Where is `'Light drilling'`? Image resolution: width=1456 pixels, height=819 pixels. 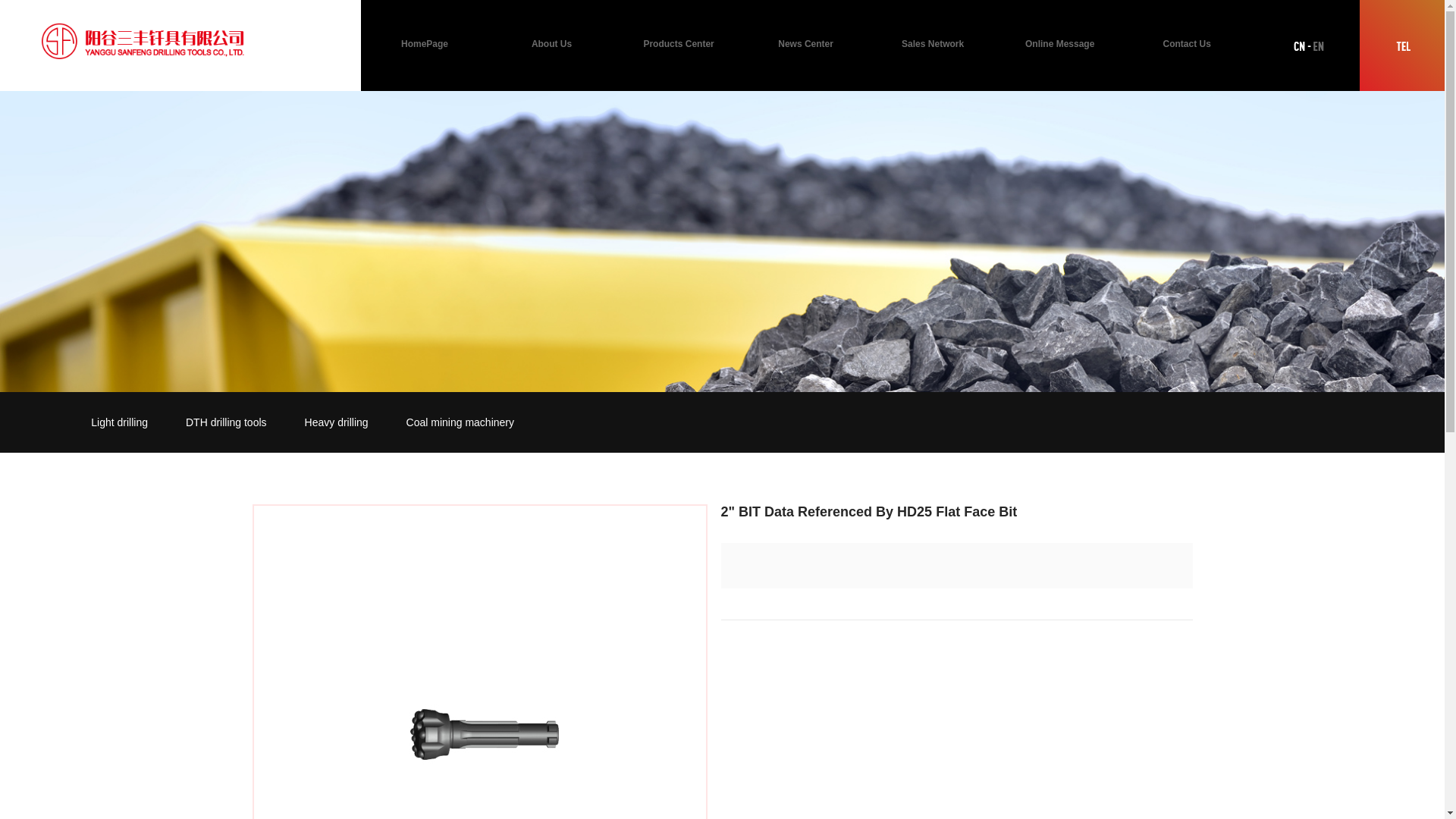
'Light drilling' is located at coordinates (118, 422).